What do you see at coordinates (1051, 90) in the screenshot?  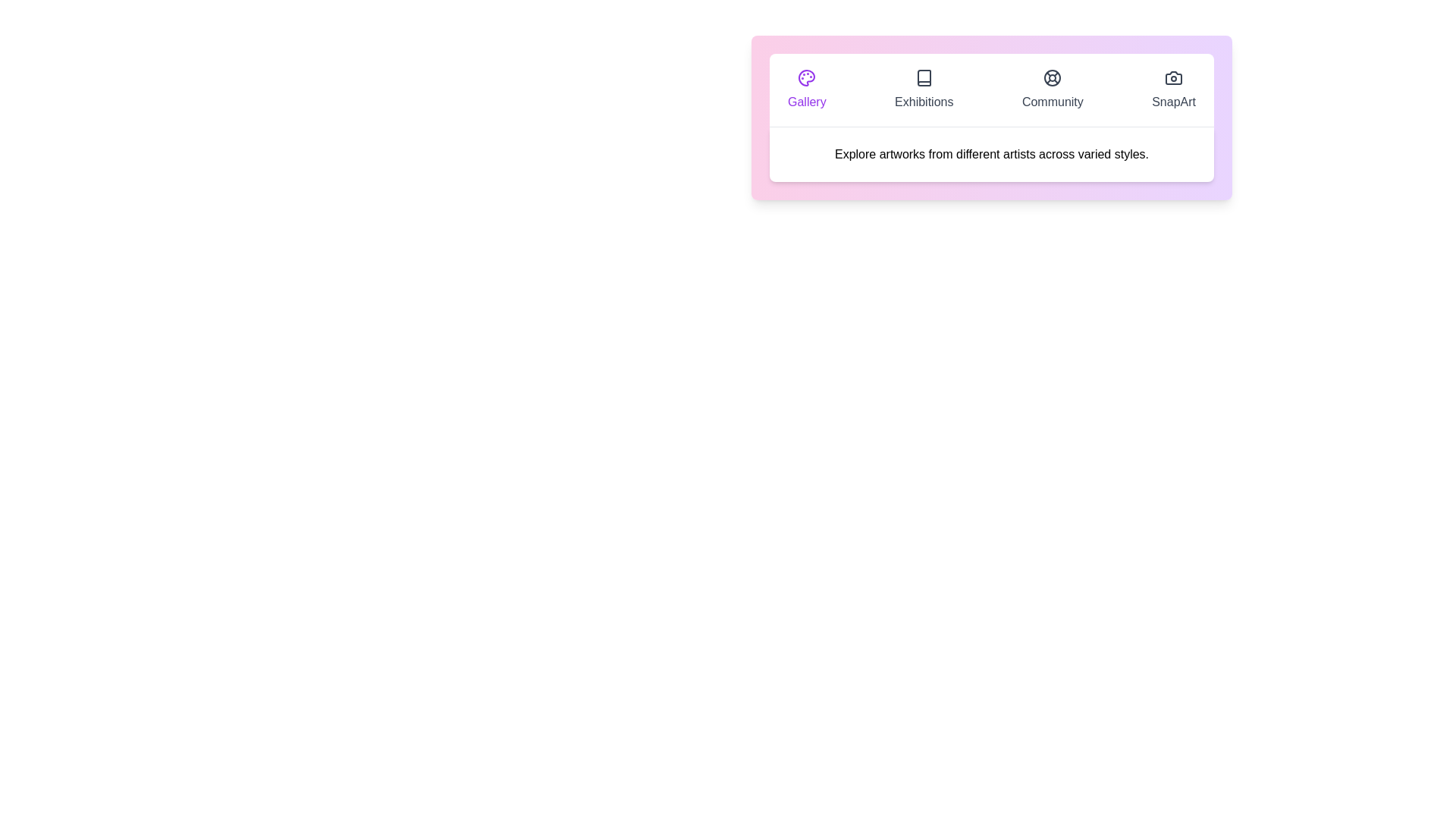 I see `the tab labeled Community` at bounding box center [1051, 90].